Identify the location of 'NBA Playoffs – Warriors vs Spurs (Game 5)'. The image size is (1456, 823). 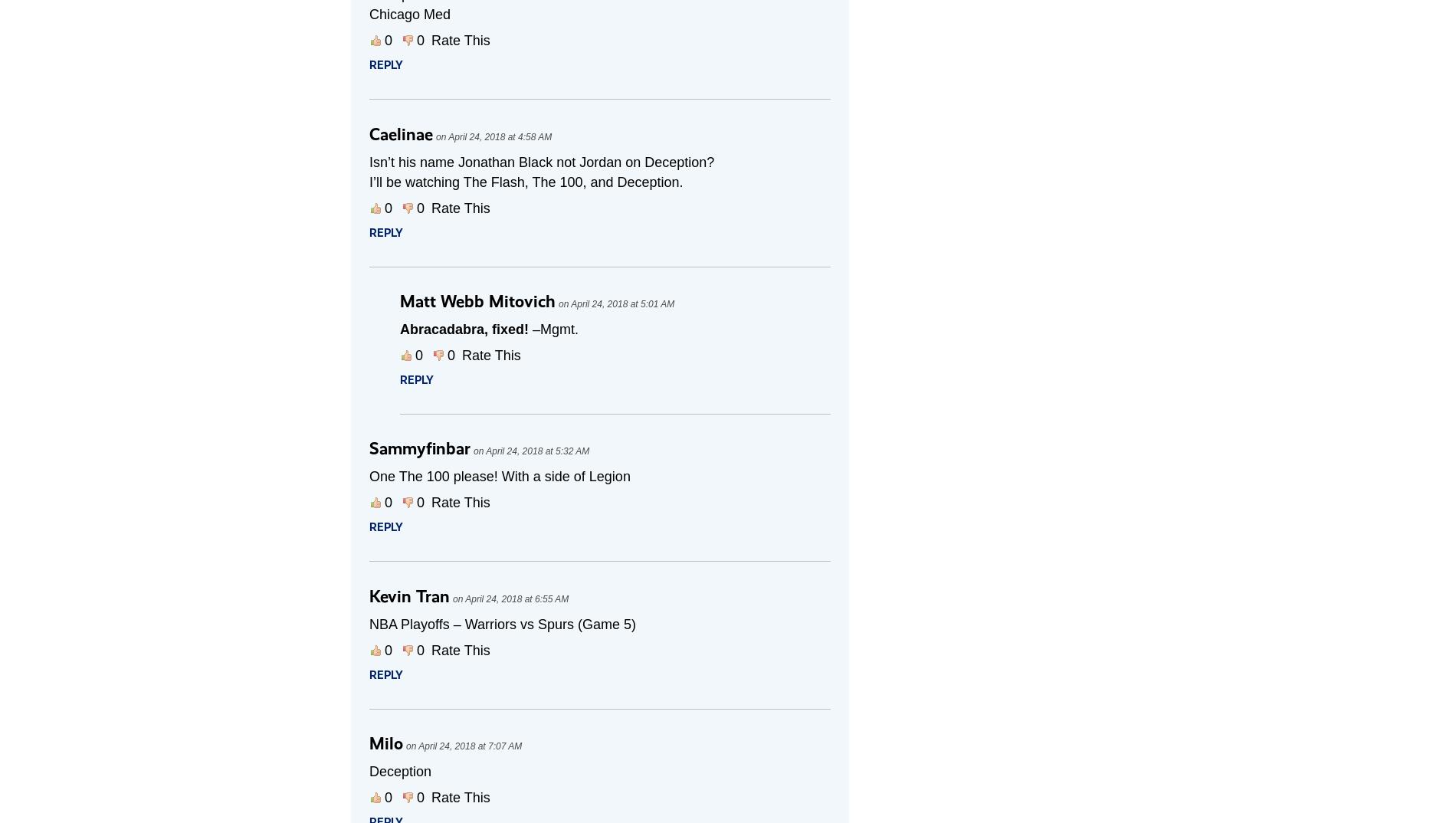
(503, 624).